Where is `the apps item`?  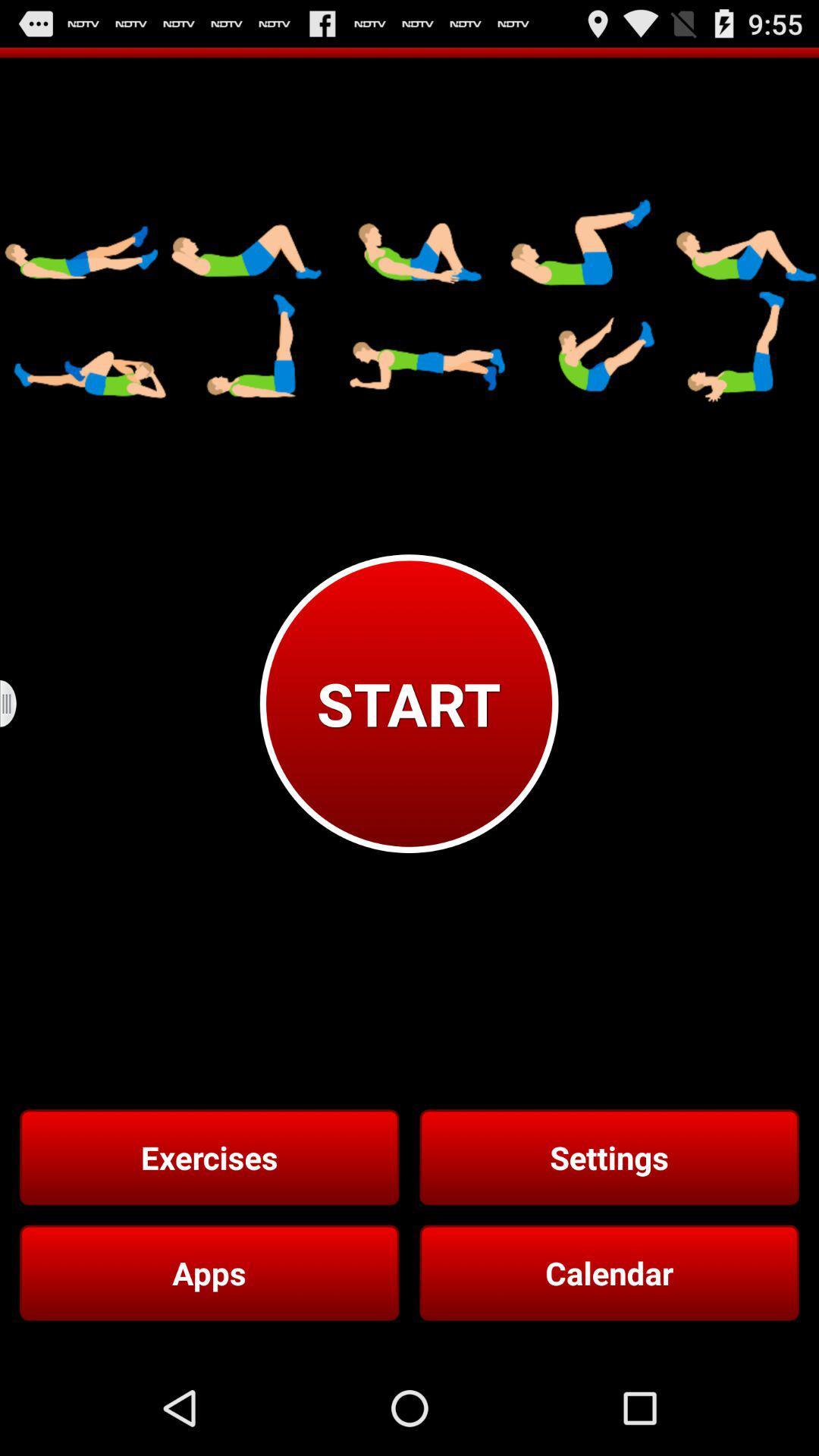 the apps item is located at coordinates (209, 1272).